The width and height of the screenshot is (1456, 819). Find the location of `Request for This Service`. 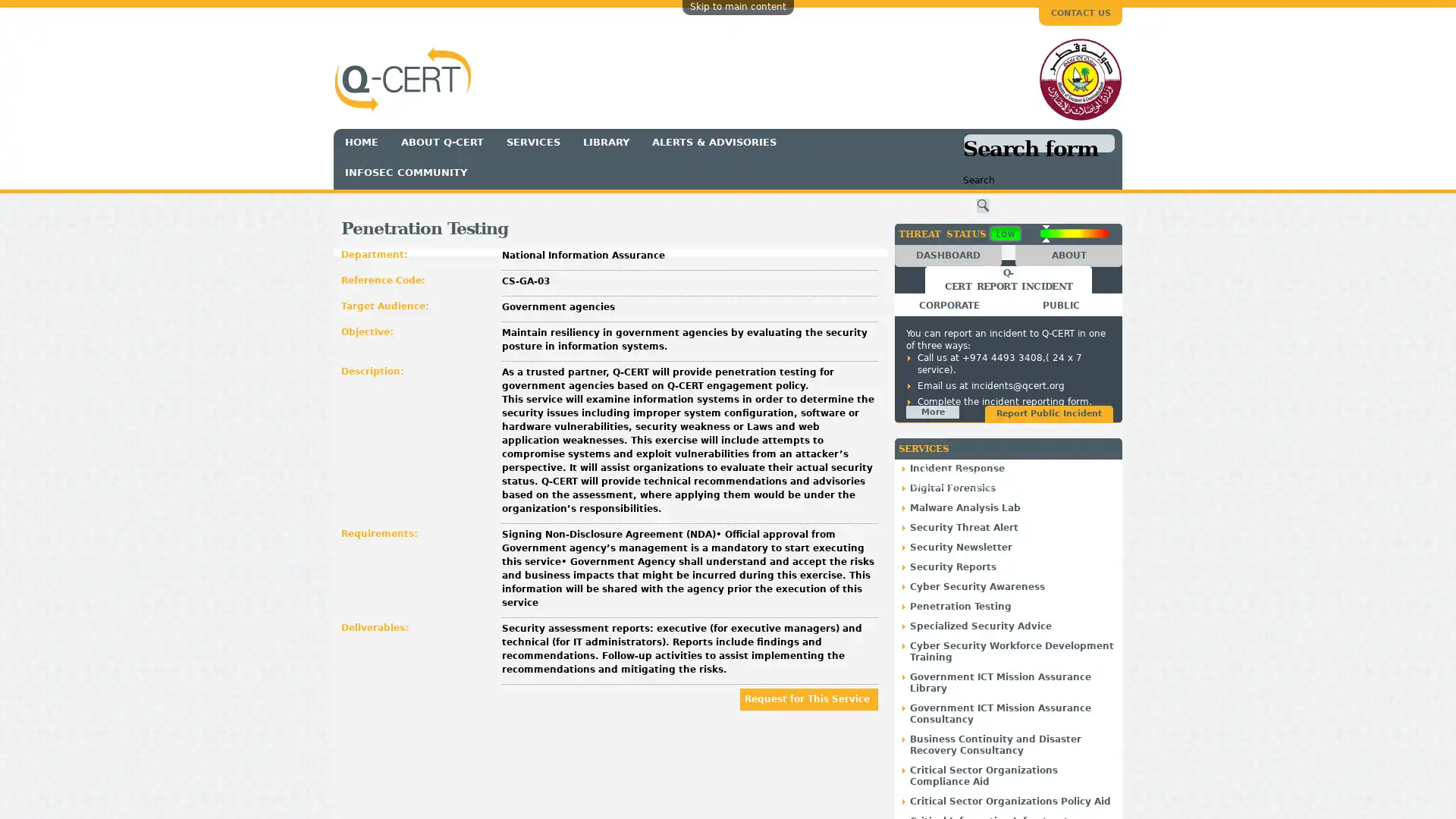

Request for This Service is located at coordinates (808, 698).